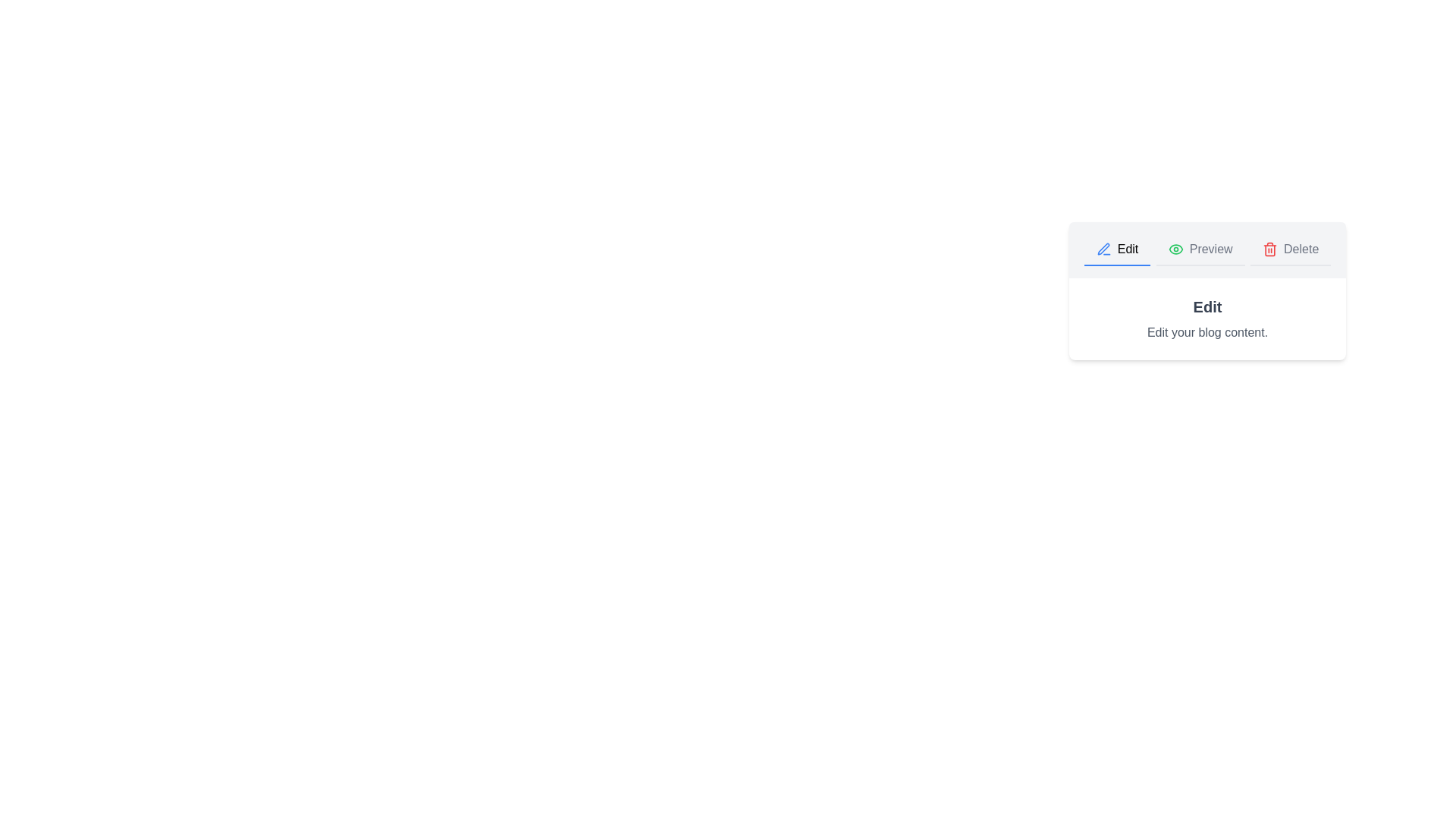 This screenshot has width=1456, height=819. I want to click on the Delete tab to view its content, so click(1290, 249).